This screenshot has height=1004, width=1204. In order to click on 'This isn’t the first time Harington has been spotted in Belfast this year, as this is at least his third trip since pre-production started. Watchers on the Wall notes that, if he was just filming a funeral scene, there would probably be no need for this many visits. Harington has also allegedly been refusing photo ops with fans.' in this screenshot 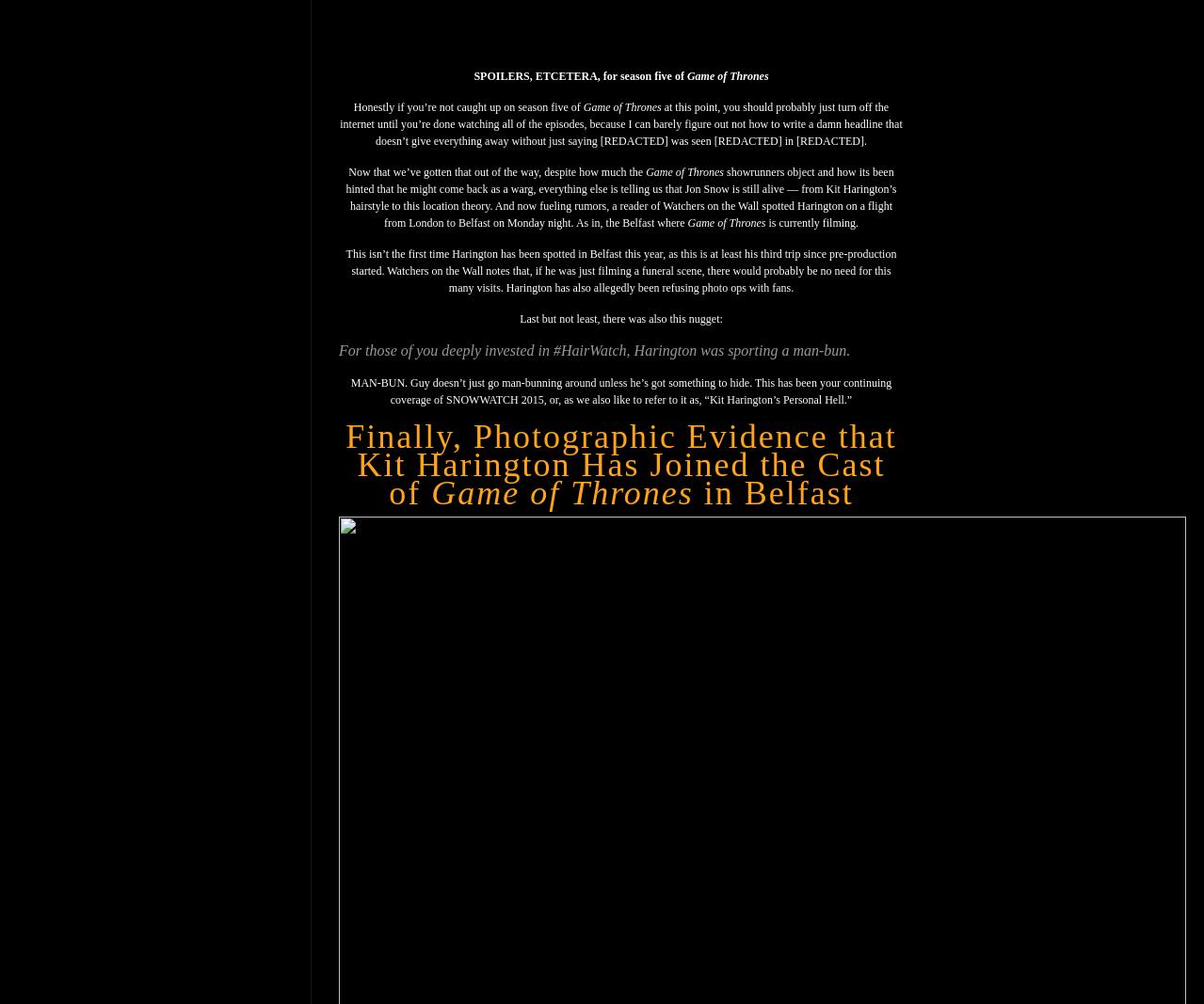, I will do `click(619, 270)`.